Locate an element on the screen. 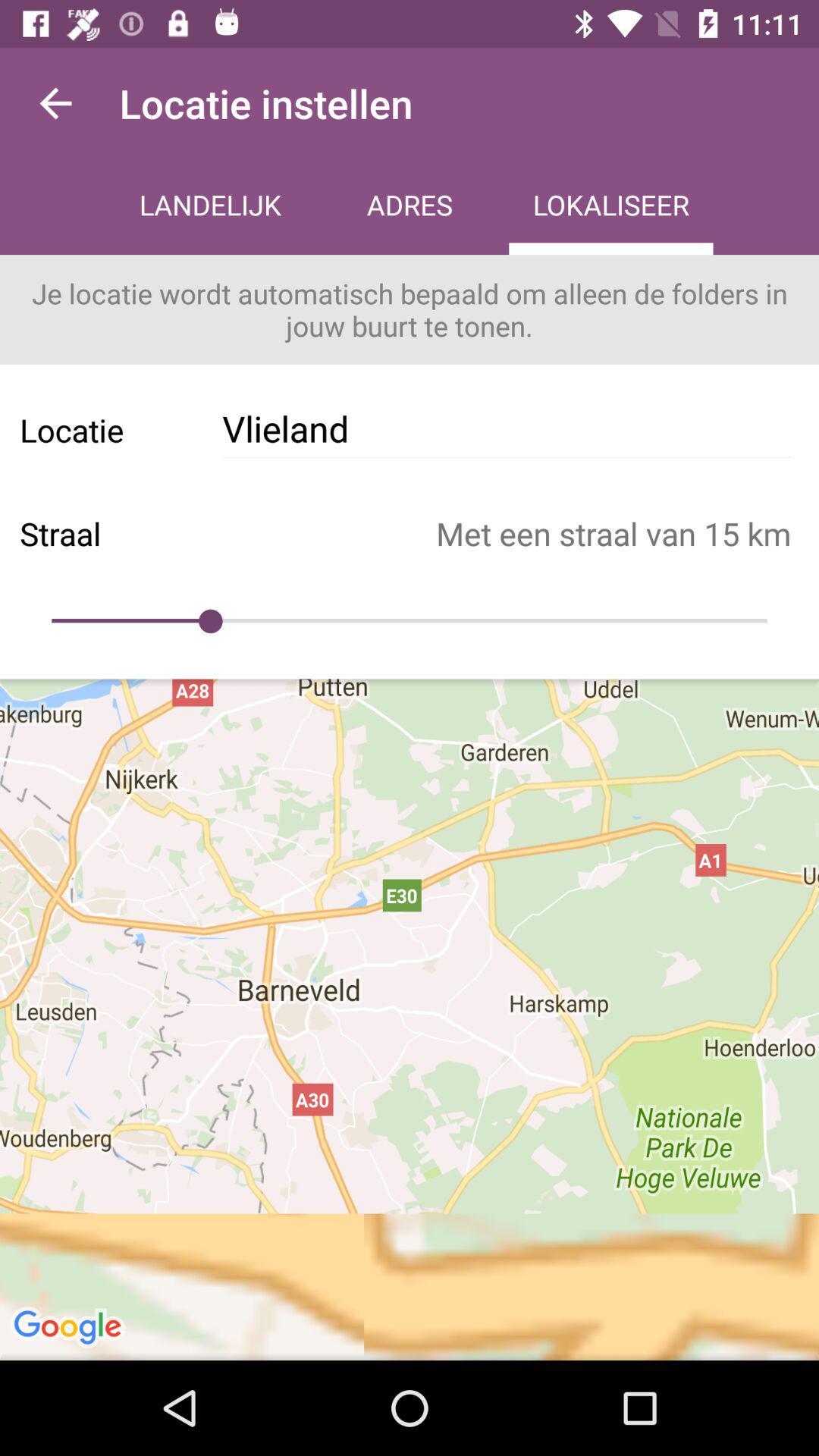  icon above the je locatie wordt icon is located at coordinates (610, 206).